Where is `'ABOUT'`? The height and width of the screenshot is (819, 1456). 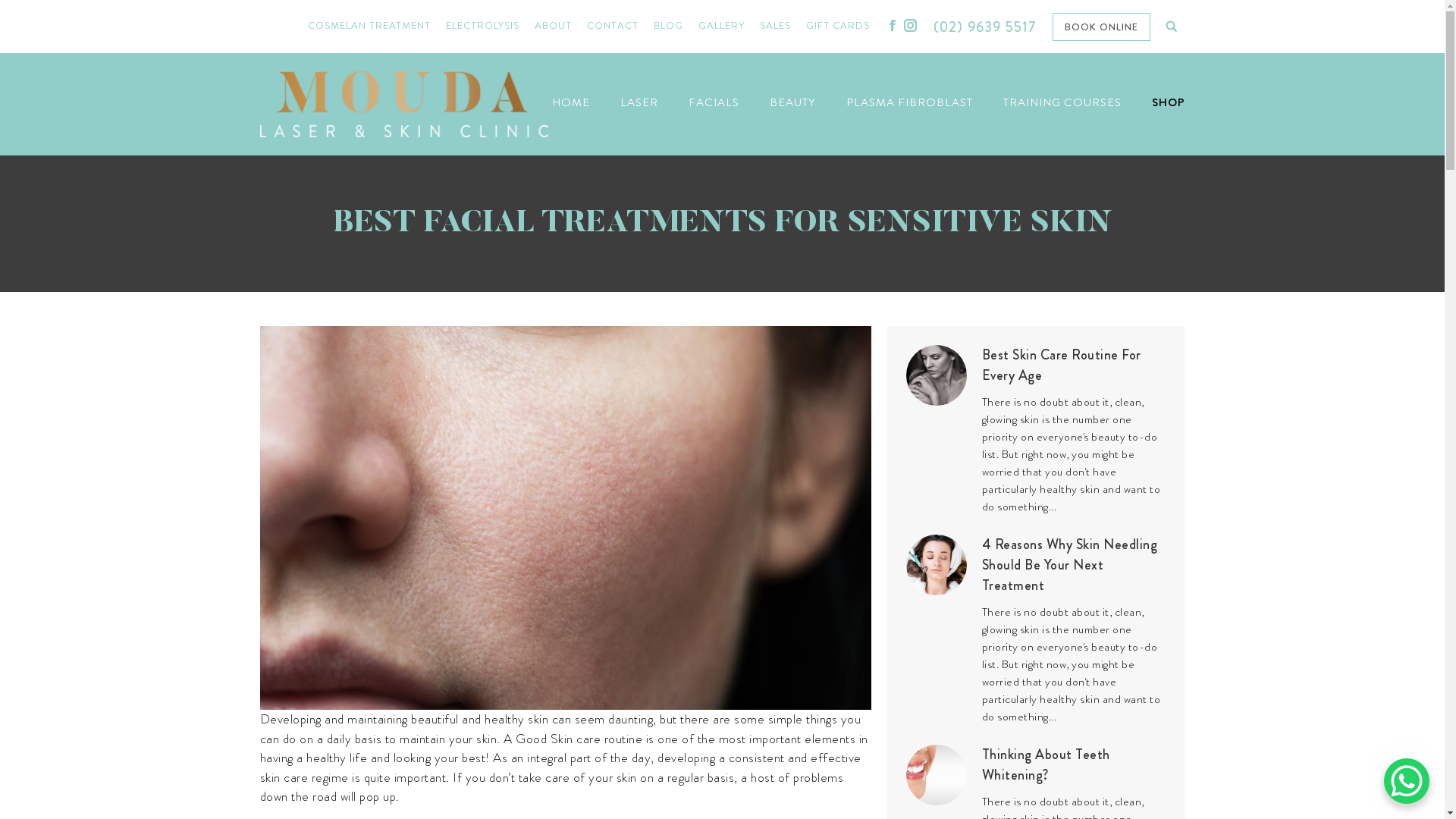 'ABOUT' is located at coordinates (552, 26).